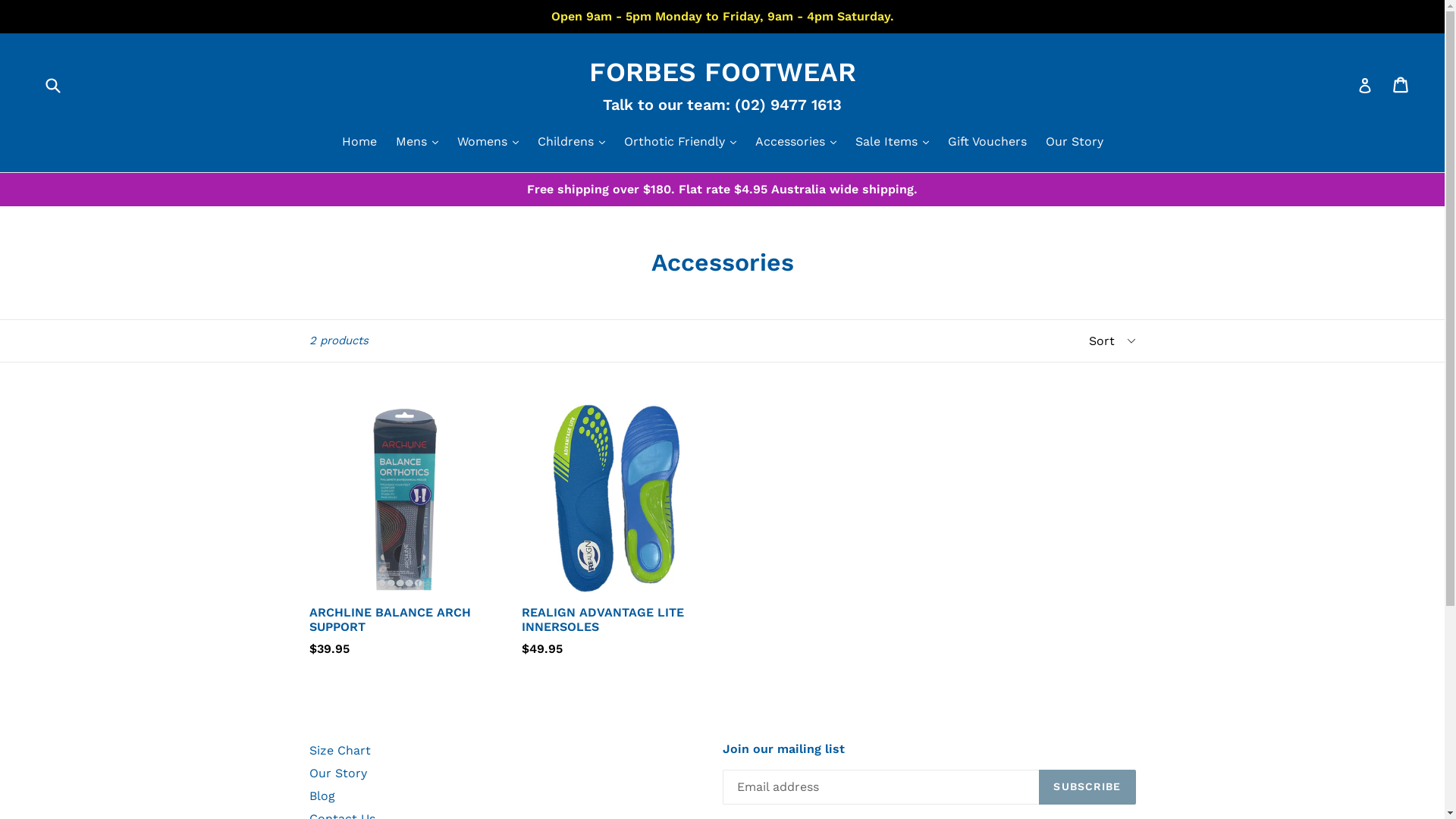 This screenshot has width=1456, height=819. Describe the element at coordinates (309, 530) in the screenshot. I see `'ARCHLINE BALANCE ARCH SUPPORT` at that location.